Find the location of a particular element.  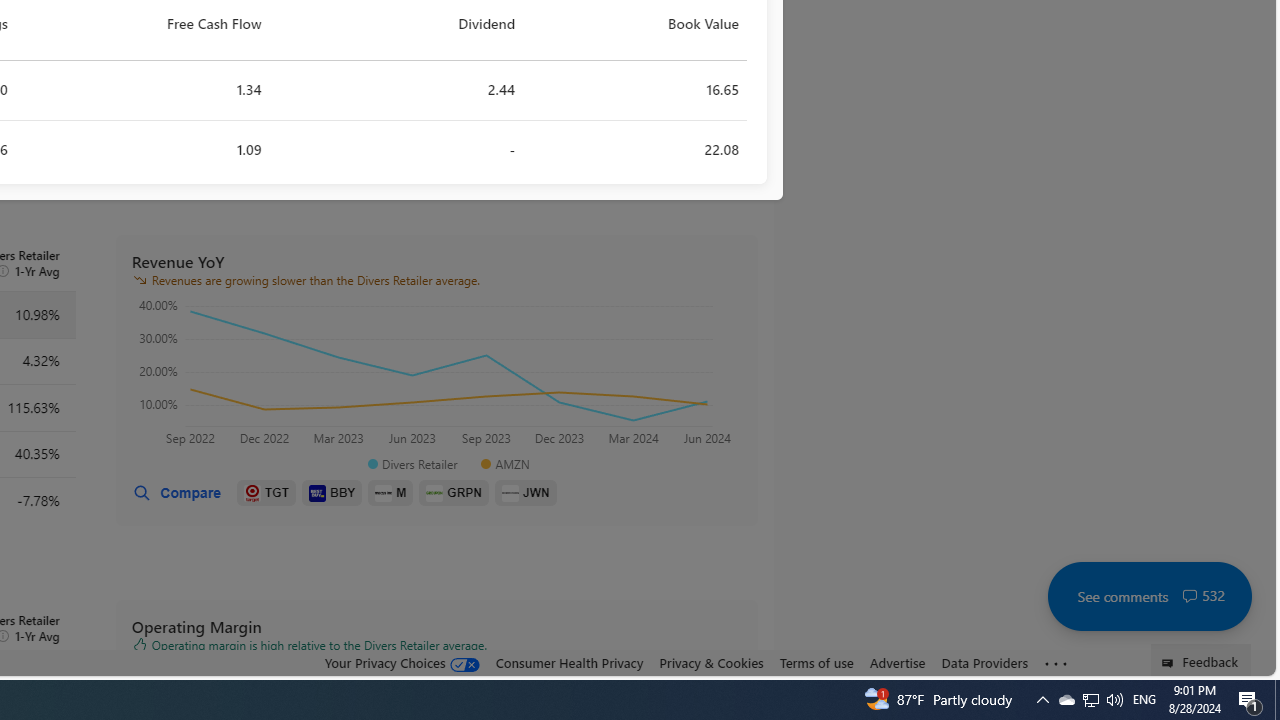

'Privacy & Cookies' is located at coordinates (711, 662).